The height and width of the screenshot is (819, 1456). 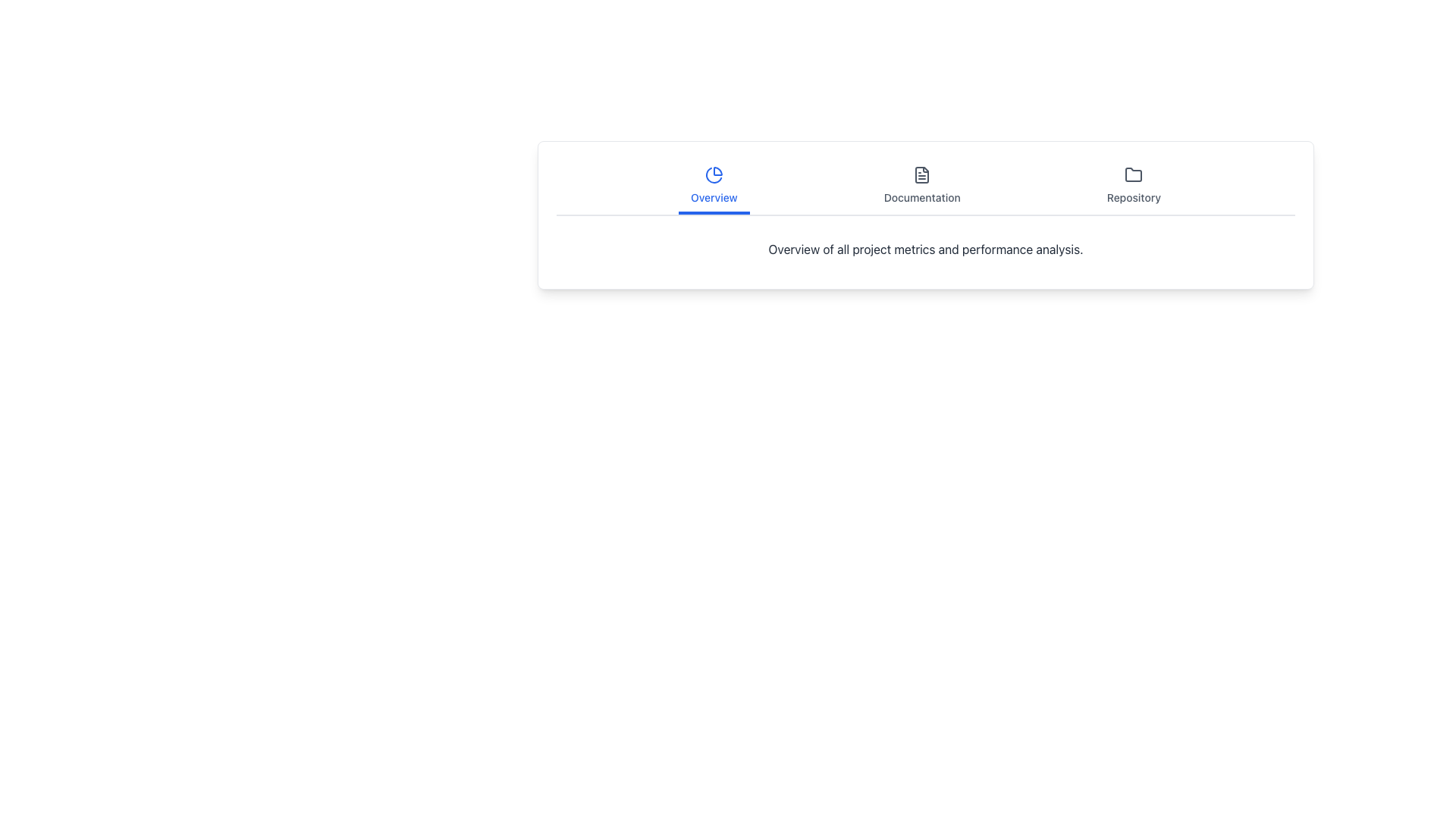 I want to click on the 'Documentation' SVG Icon in the navigation bar, which visually represents the Documentation section and is positioned centrally among other tabs, so click(x=921, y=174).